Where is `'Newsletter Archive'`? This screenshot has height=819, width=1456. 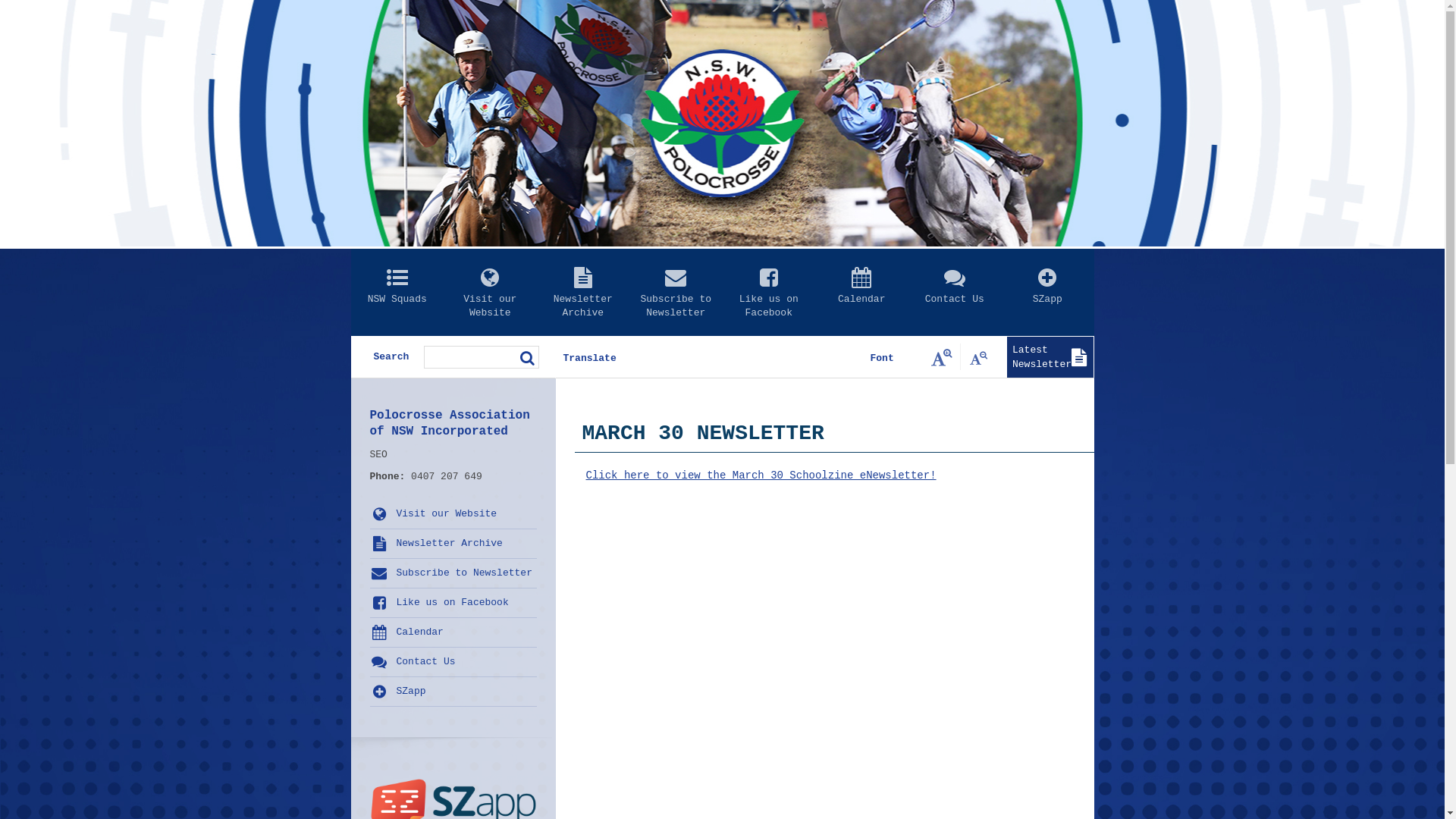 'Newsletter Archive' is located at coordinates (453, 543).